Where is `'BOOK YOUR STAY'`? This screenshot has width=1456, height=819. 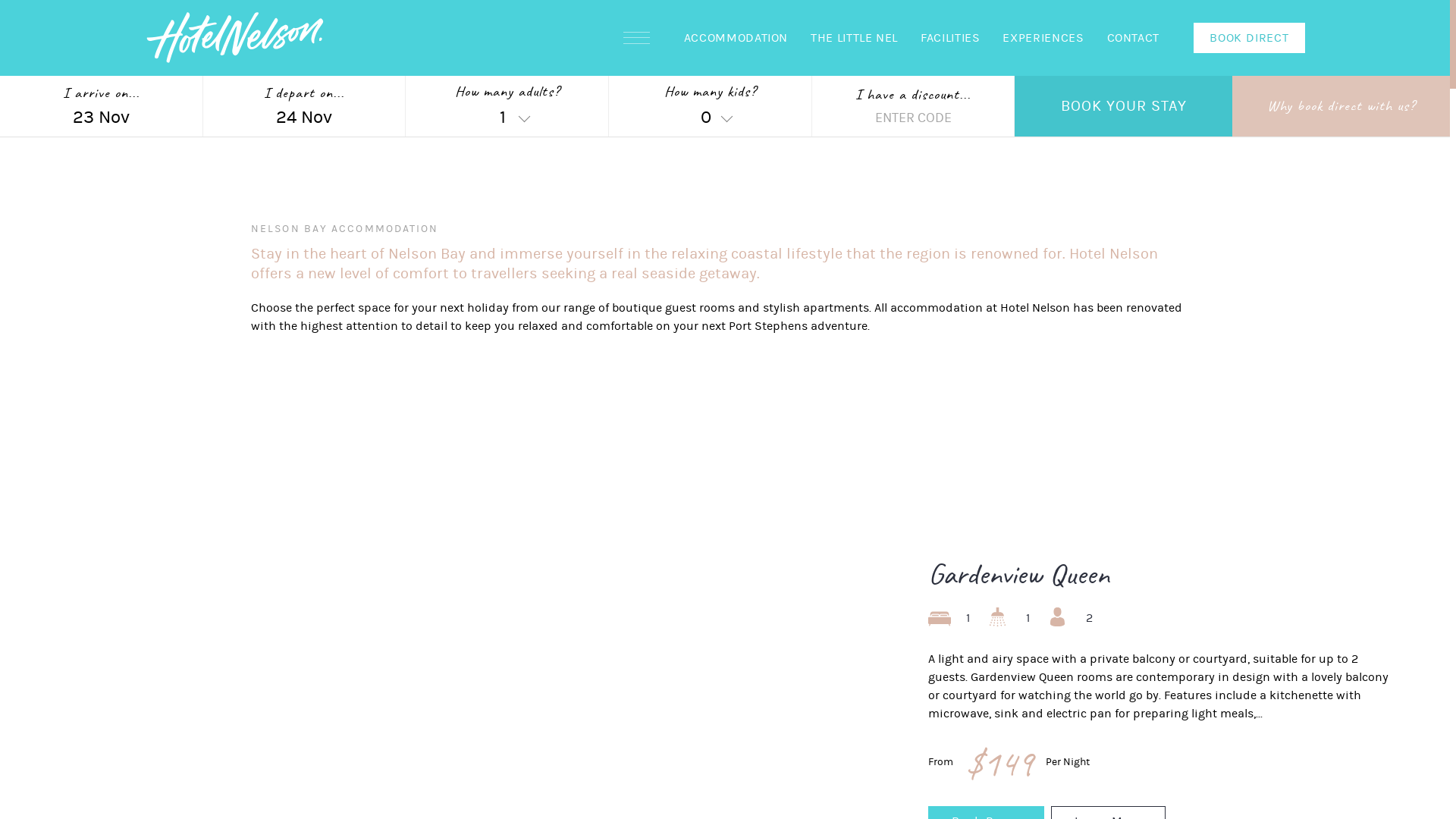 'BOOK YOUR STAY' is located at coordinates (1123, 105).